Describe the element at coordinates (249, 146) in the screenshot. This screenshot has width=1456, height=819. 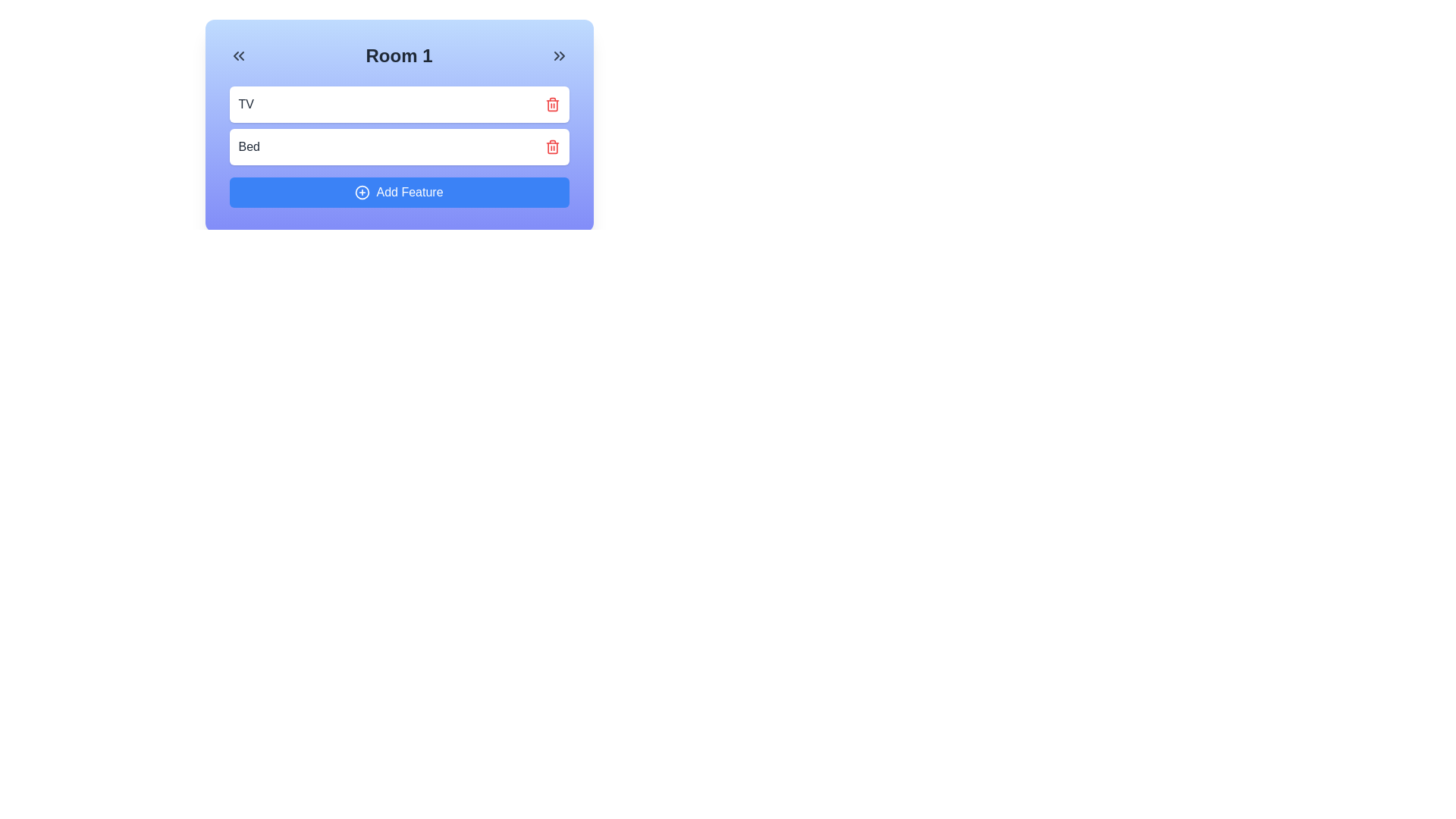
I see `the text label 'Bed' located in the second row beneath the 'Room 1' header, which is the first component in its row` at that location.